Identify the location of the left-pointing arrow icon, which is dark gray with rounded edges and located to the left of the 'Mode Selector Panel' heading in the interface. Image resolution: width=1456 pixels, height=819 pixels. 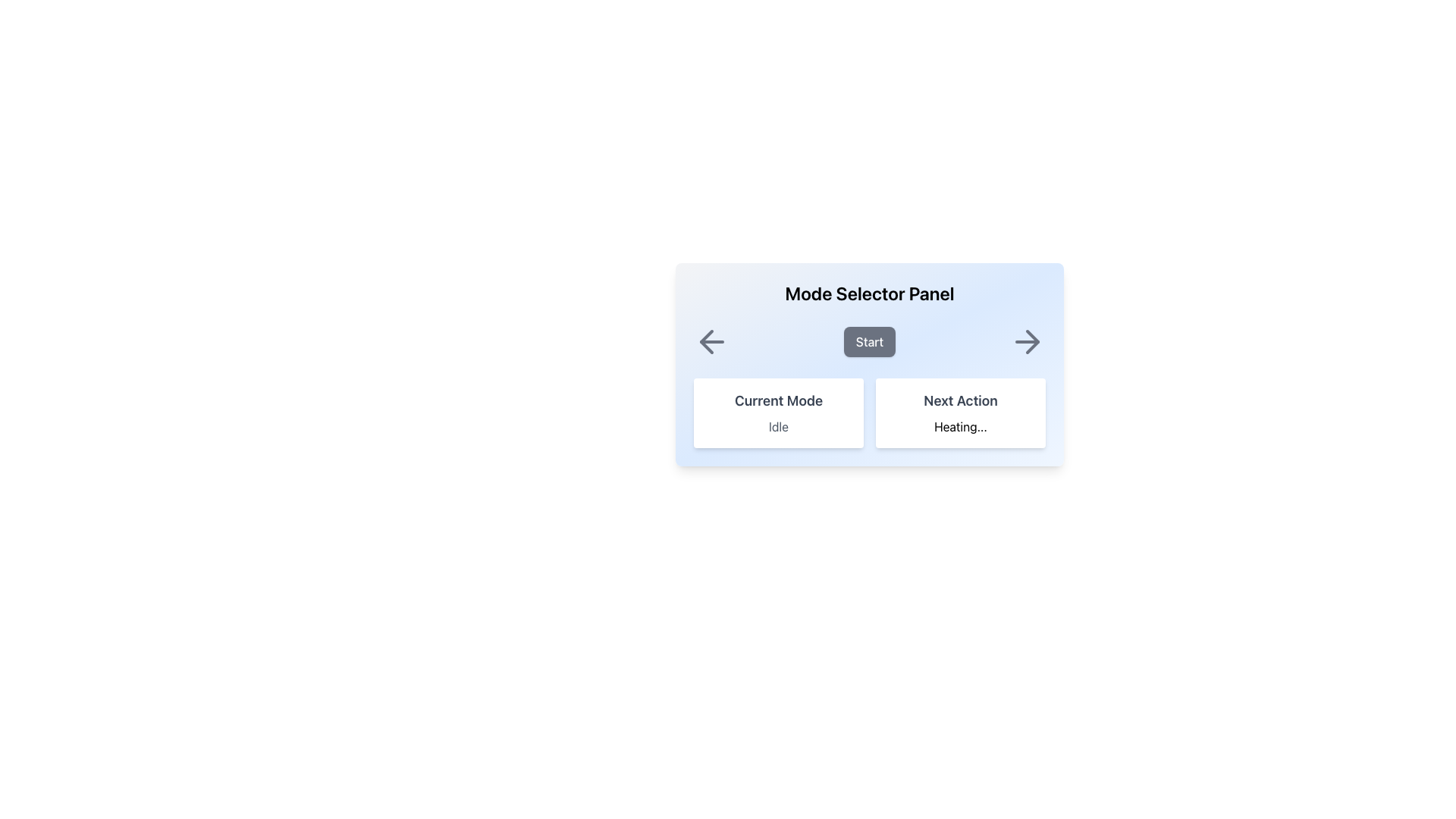
(705, 342).